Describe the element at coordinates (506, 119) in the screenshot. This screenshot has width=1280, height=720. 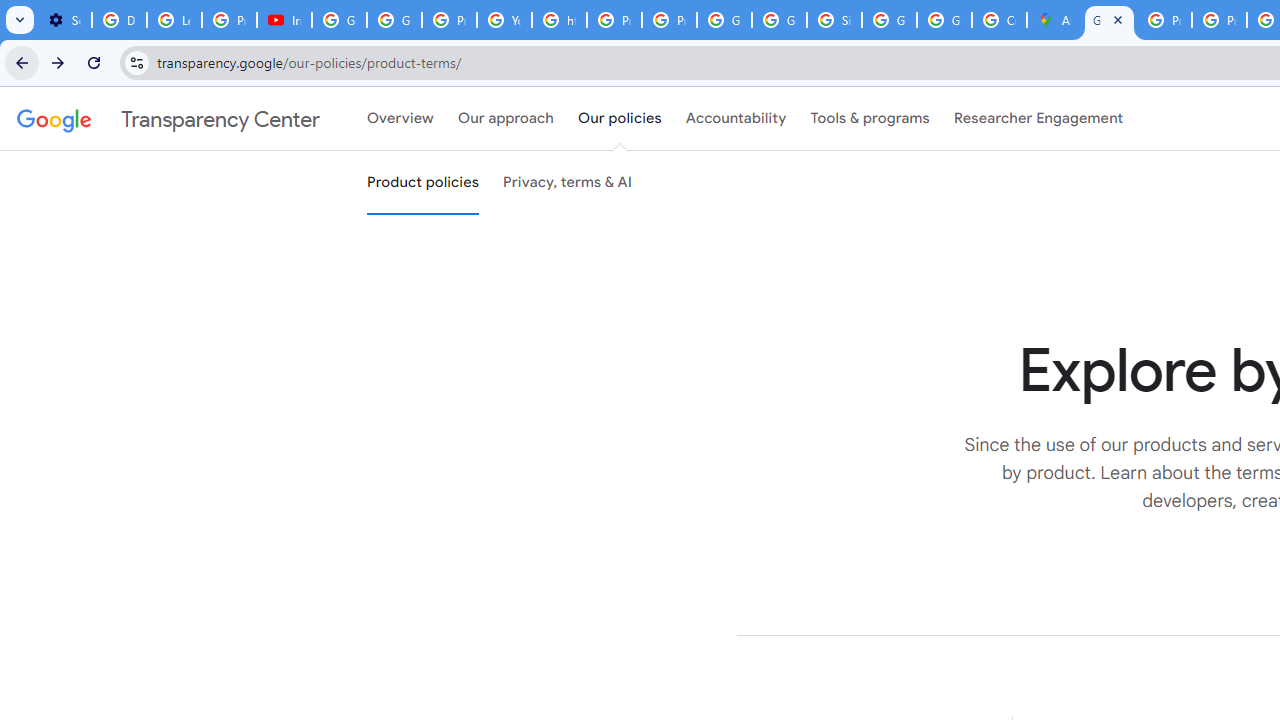
I see `'Our approach'` at that location.